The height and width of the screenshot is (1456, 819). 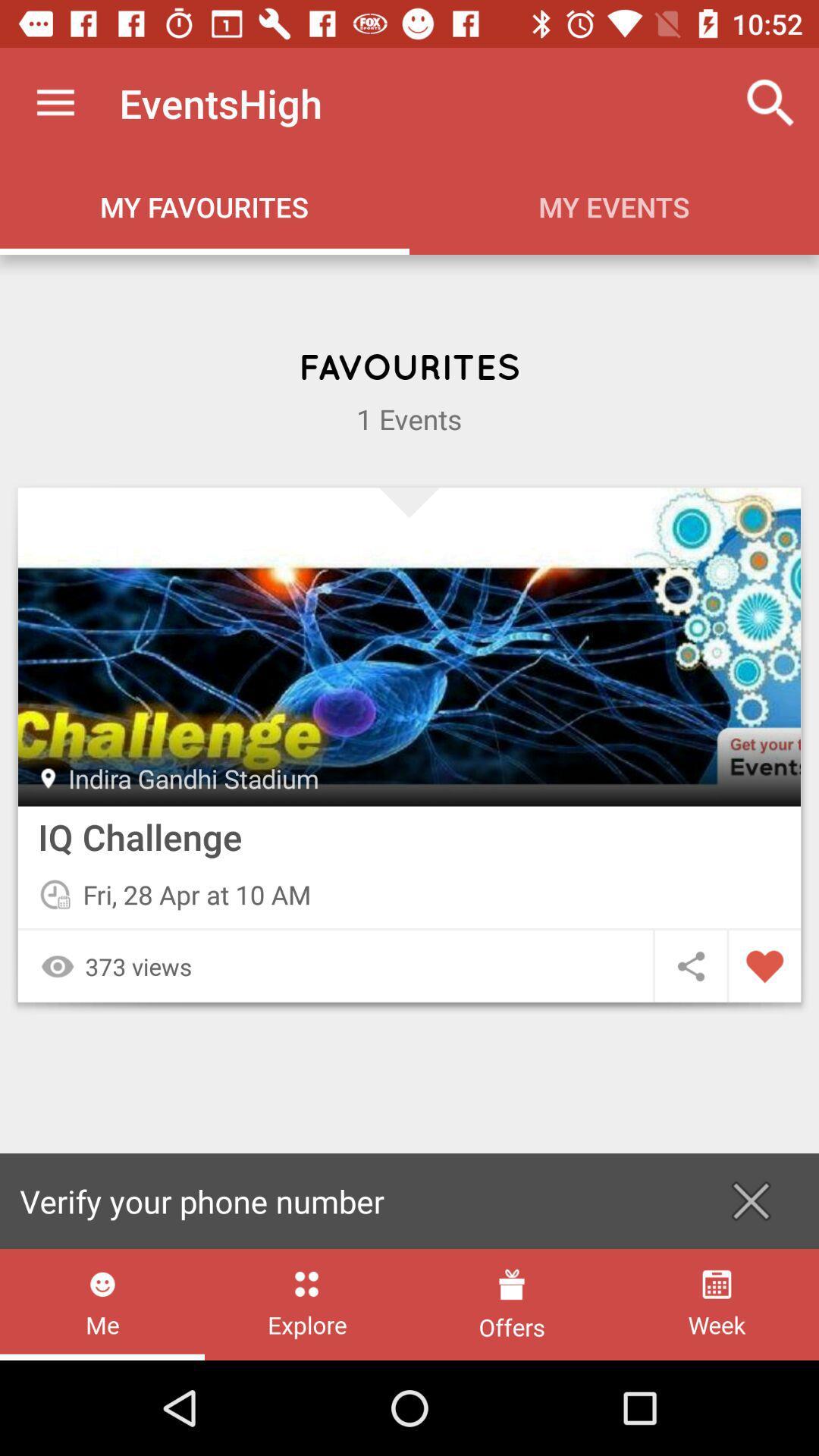 I want to click on the icon next to the offers, so click(x=717, y=1304).